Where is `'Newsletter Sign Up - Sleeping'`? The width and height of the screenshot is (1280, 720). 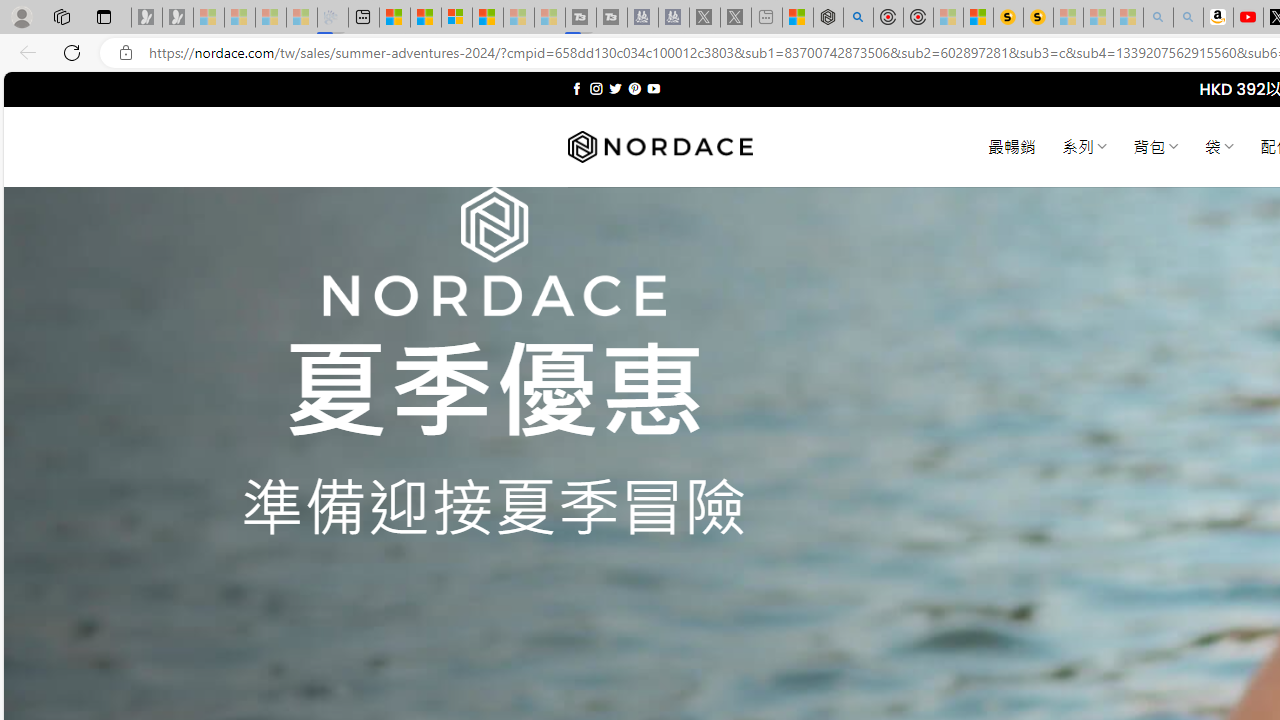 'Newsletter Sign Up - Sleeping' is located at coordinates (177, 17).